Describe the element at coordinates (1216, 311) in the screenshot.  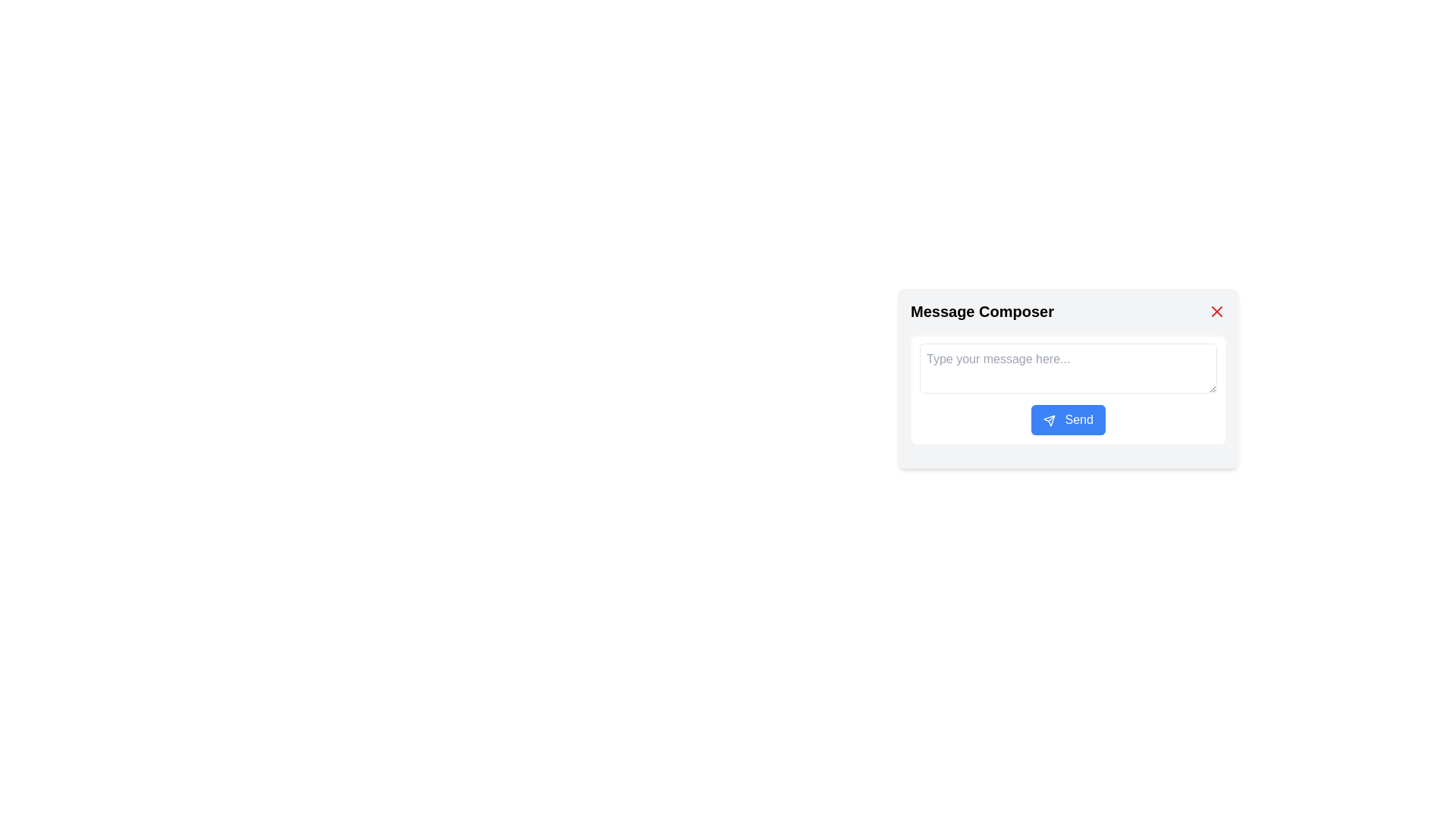
I see `the close button located in the top-right corner of the 'Message Composer' dialog` at that location.